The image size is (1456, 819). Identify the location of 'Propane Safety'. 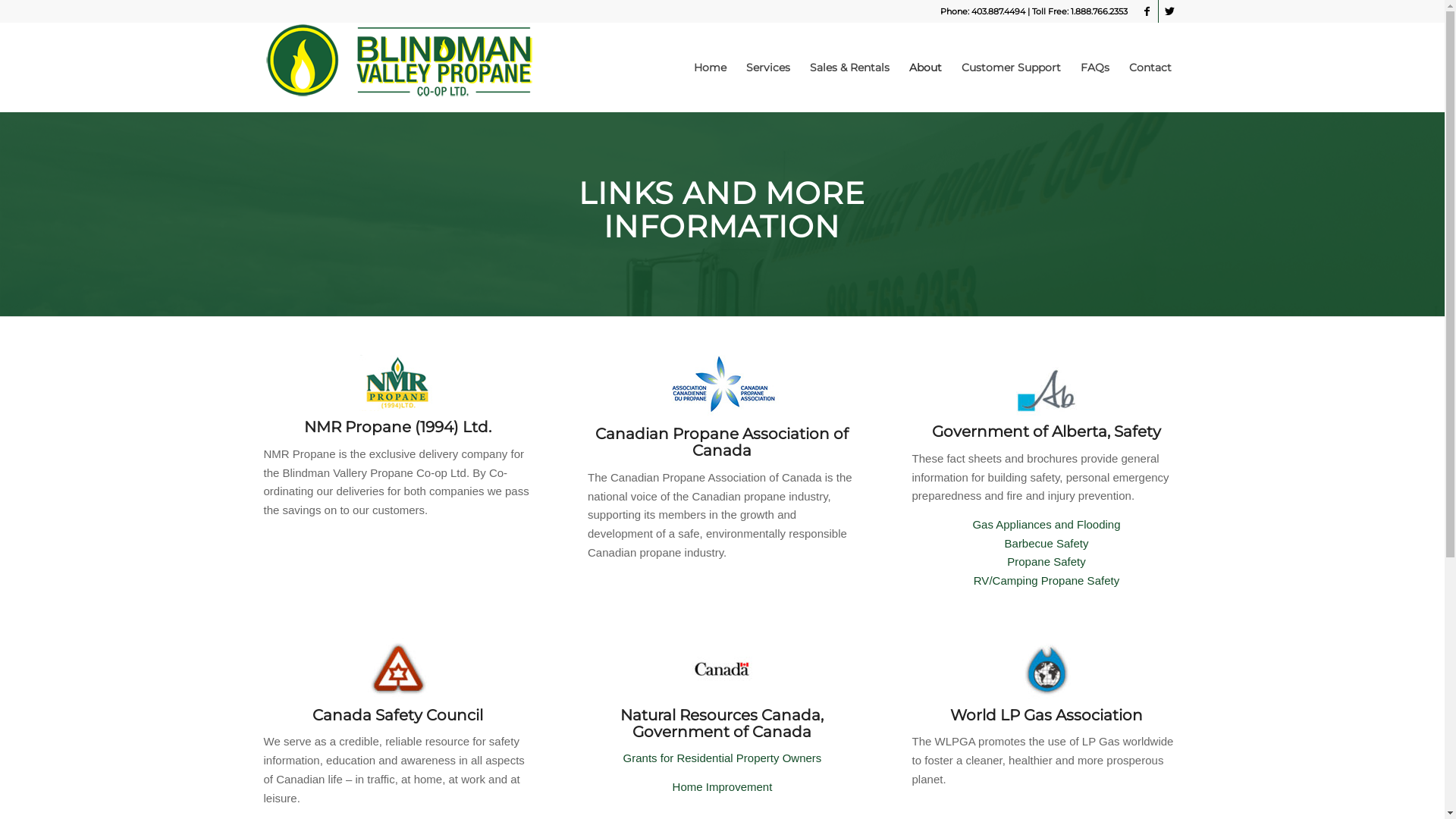
(1045, 561).